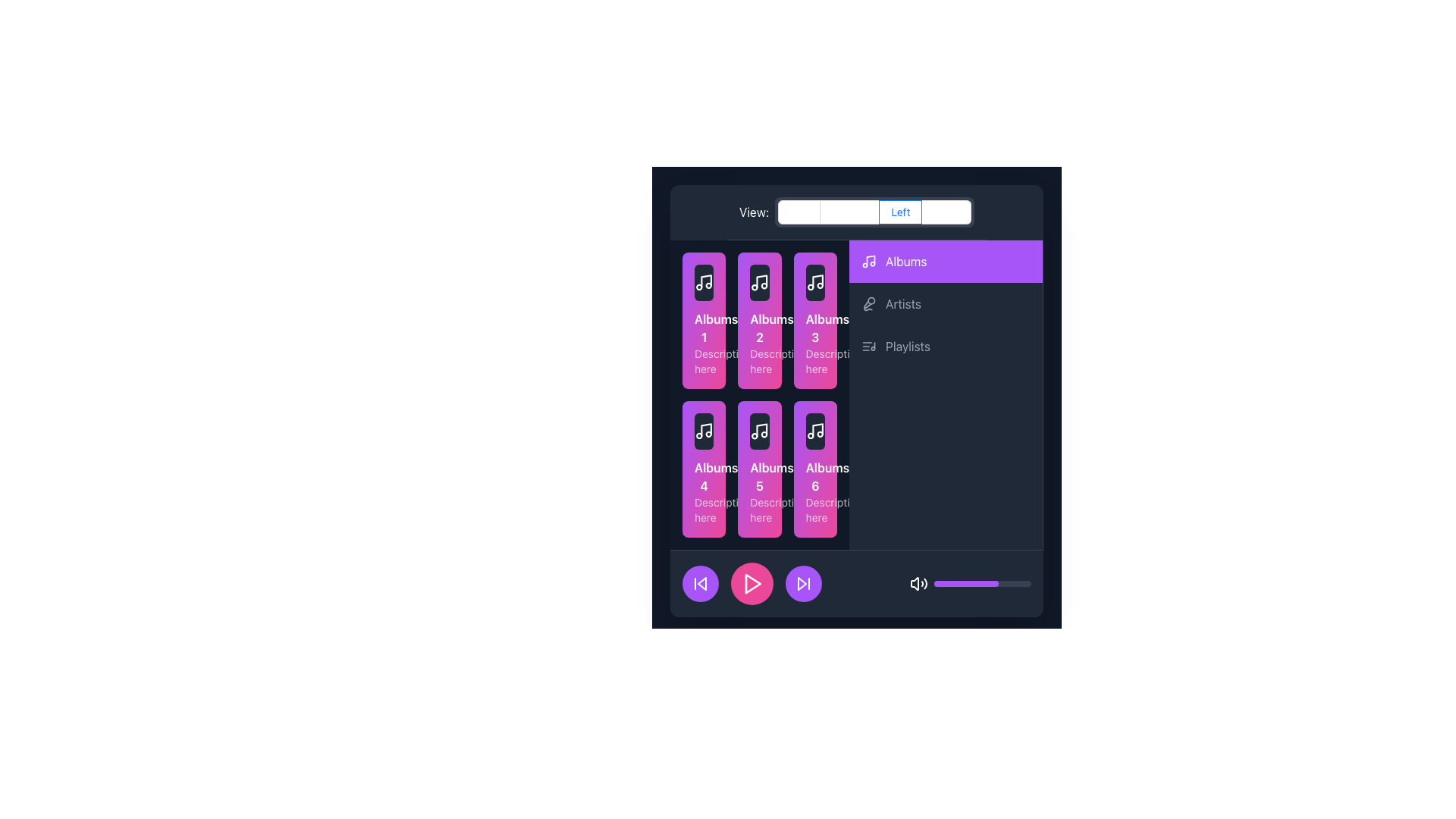 This screenshot has height=819, width=1456. I want to click on the purple progress bar segment that occupies two-thirds of the light gray progress bar at the bottom section of the interface, so click(965, 583).